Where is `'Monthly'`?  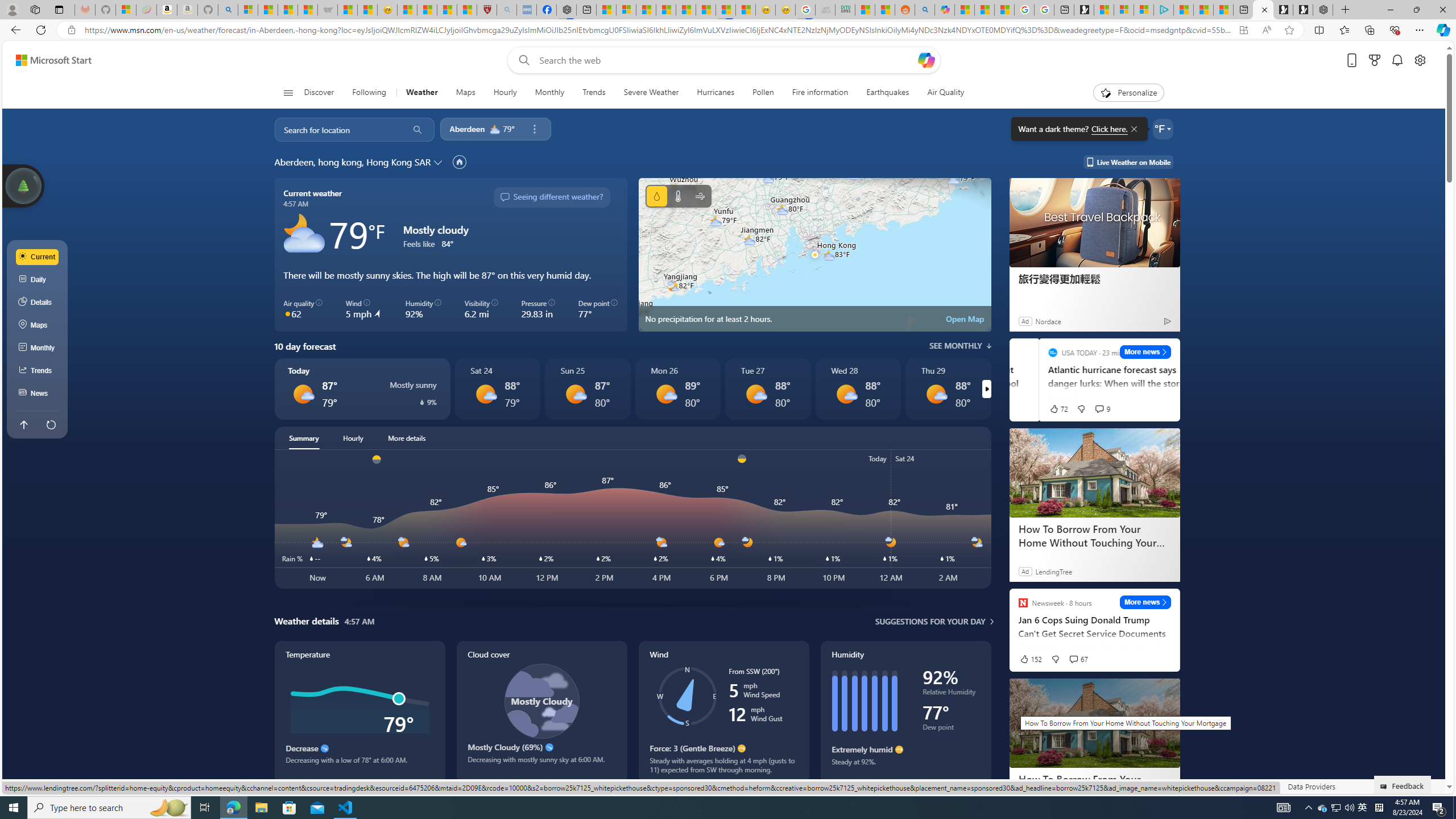 'Monthly' is located at coordinates (549, 92).